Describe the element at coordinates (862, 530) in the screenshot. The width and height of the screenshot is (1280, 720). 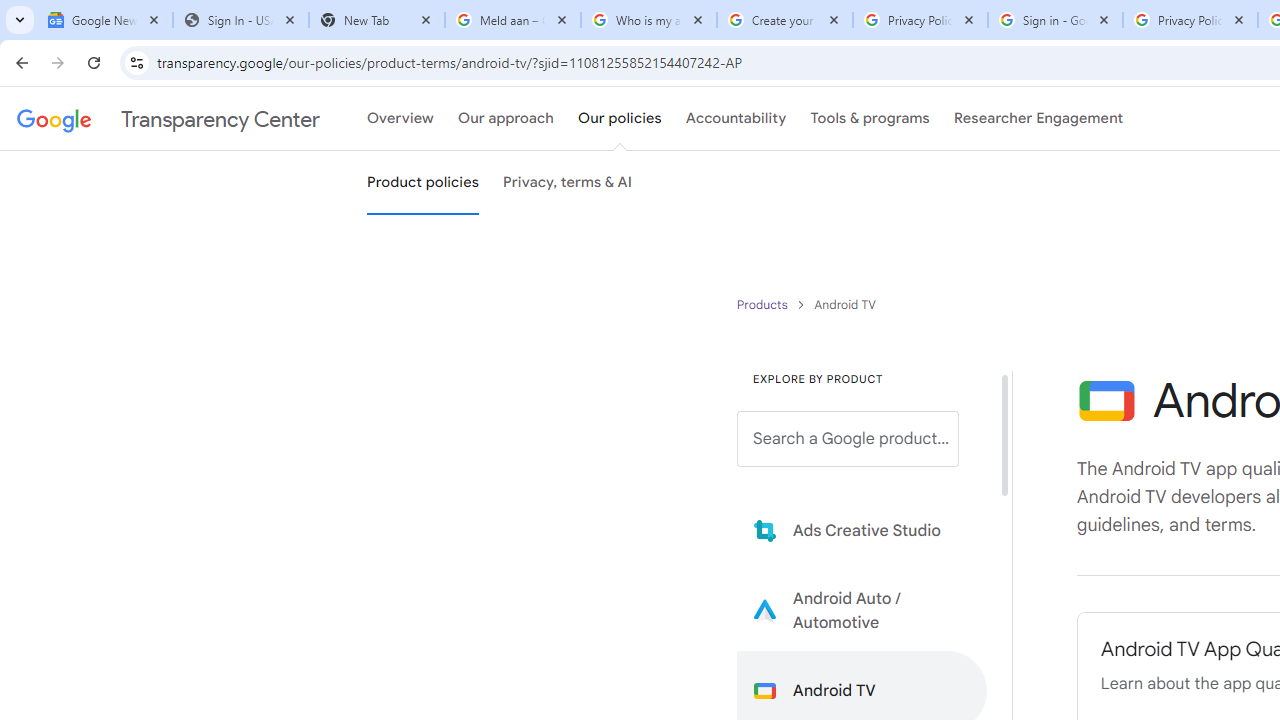
I see `'Learn more about Ads Creative Studio'` at that location.